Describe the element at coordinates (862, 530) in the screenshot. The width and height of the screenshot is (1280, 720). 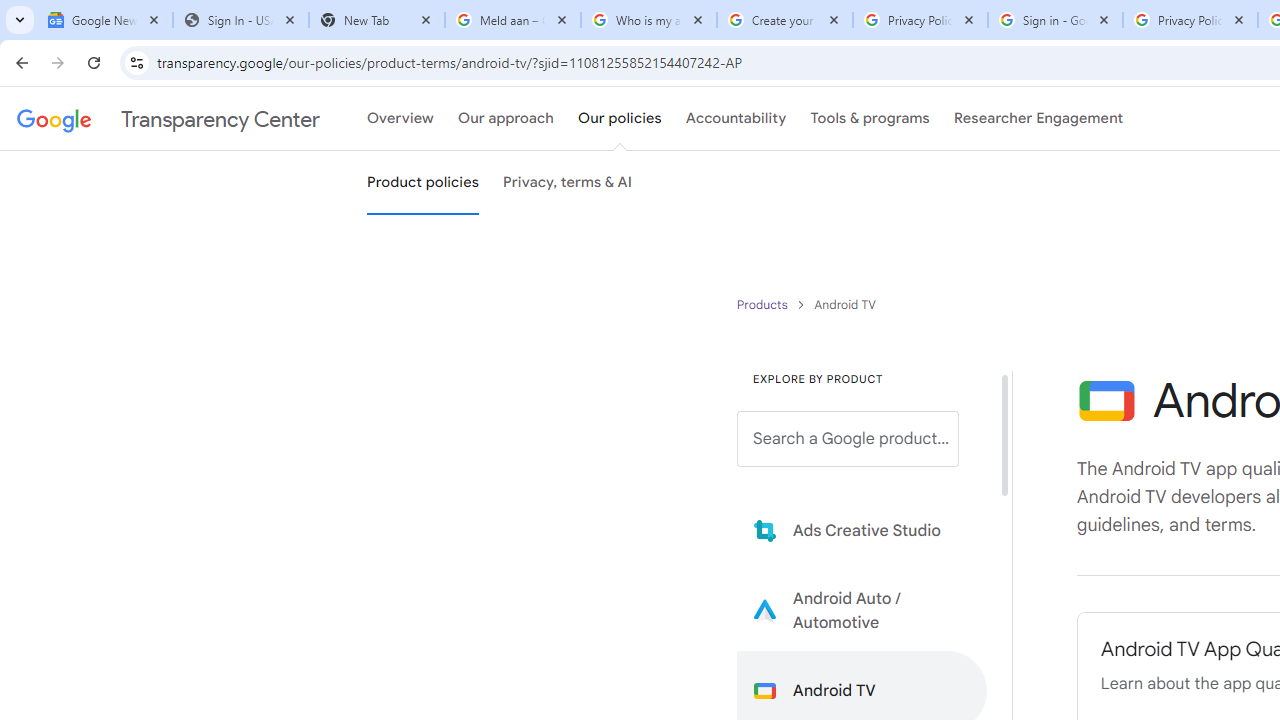
I see `'Learn more about Ads Creative Studio'` at that location.